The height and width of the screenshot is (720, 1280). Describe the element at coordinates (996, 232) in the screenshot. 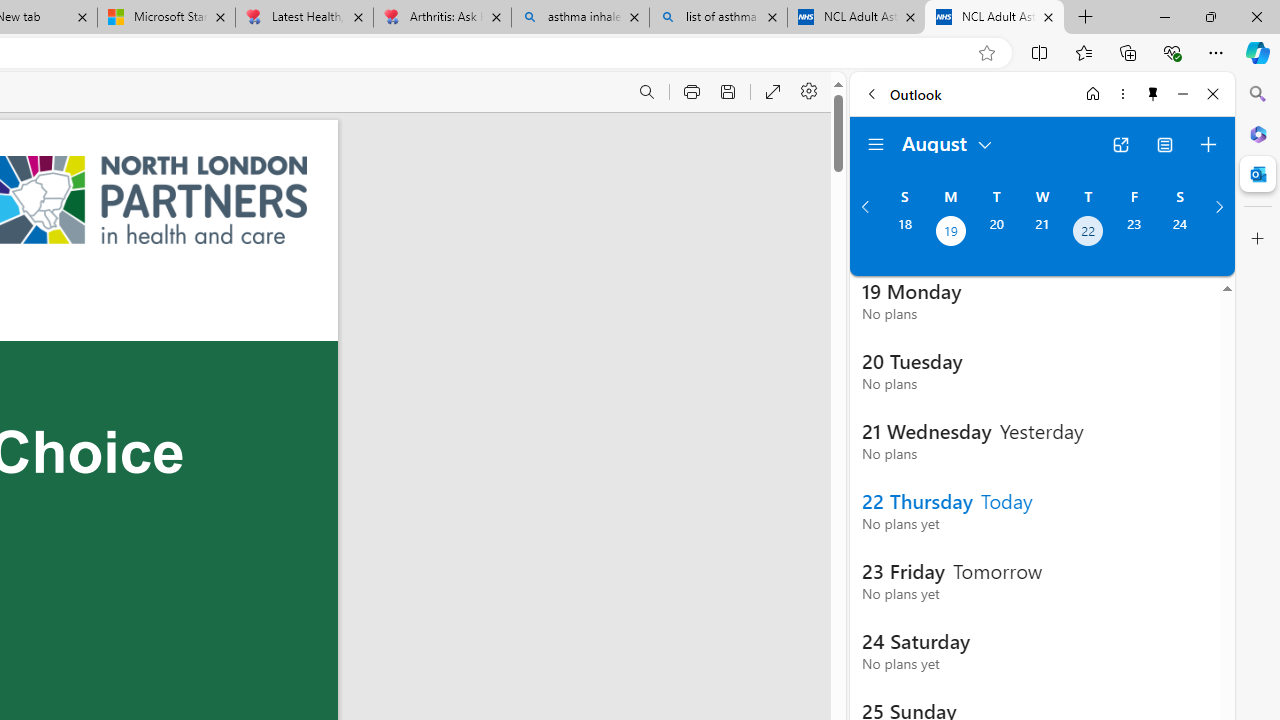

I see `'Tuesday, August 20, 2024. '` at that location.